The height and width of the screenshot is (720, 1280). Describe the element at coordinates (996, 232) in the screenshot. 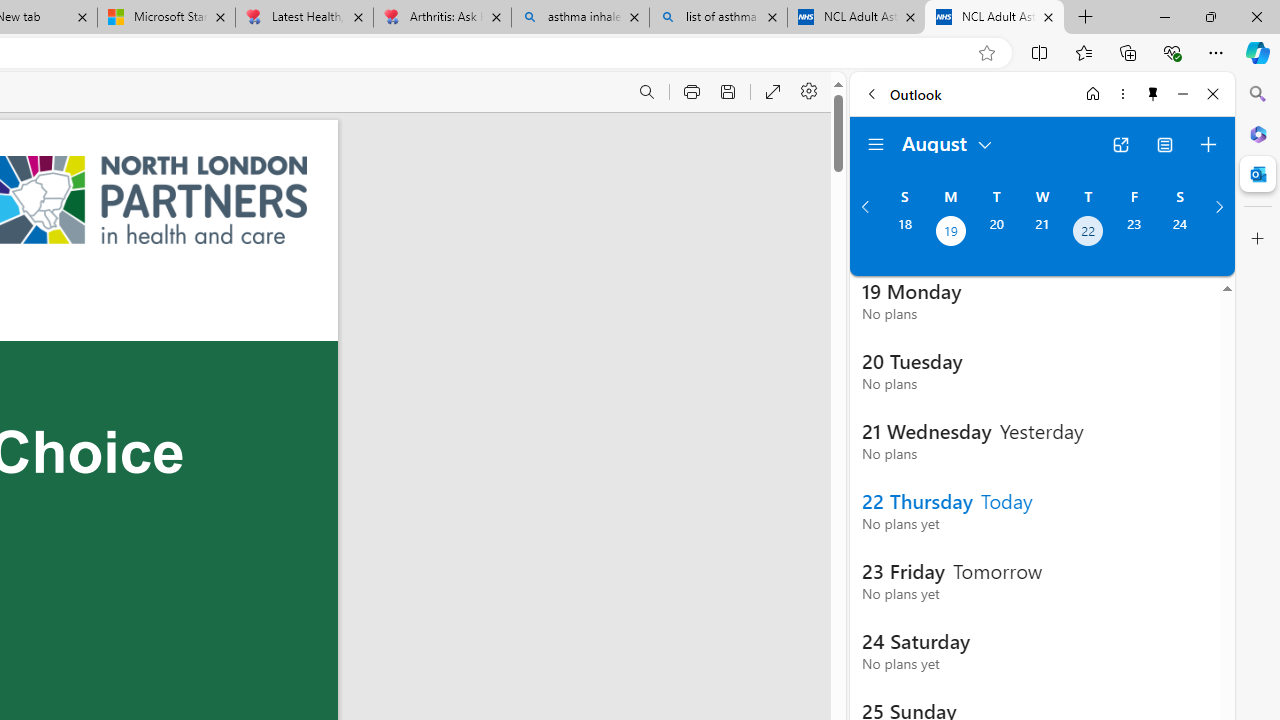

I see `'Tuesday, August 20, 2024. '` at that location.